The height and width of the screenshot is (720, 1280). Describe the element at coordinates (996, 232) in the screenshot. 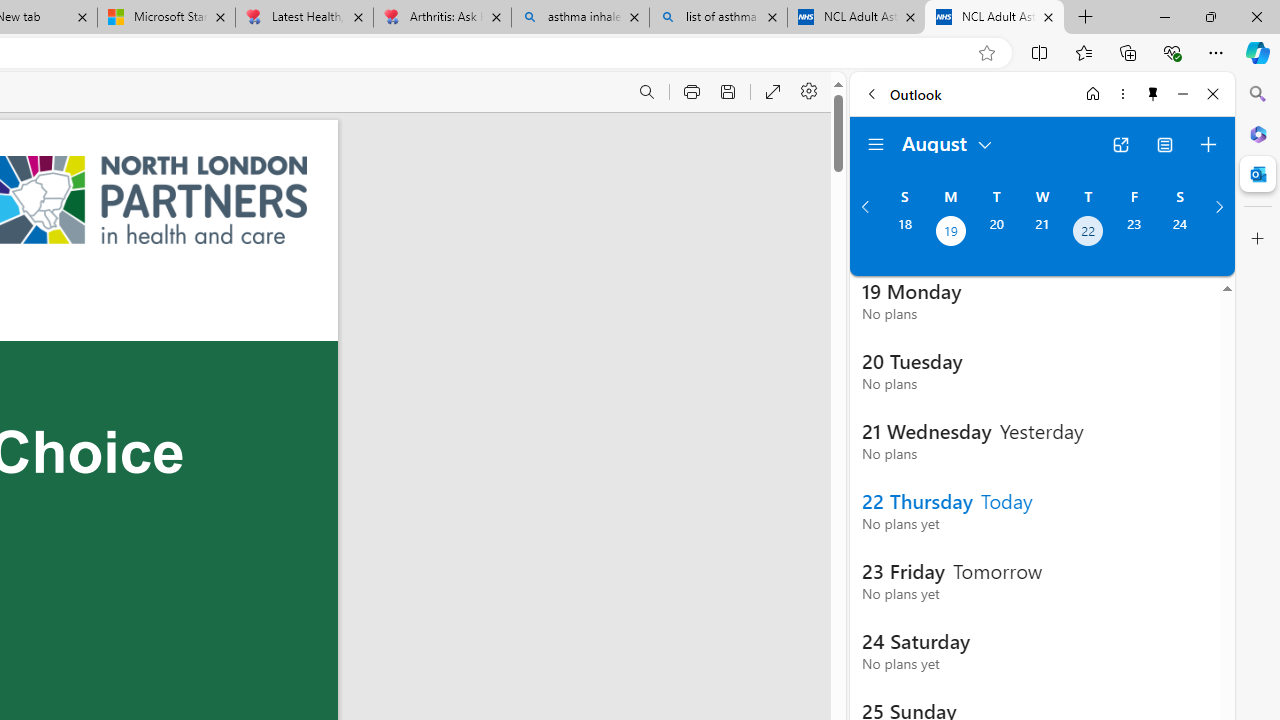

I see `'Tuesday, August 20, 2024. '` at that location.